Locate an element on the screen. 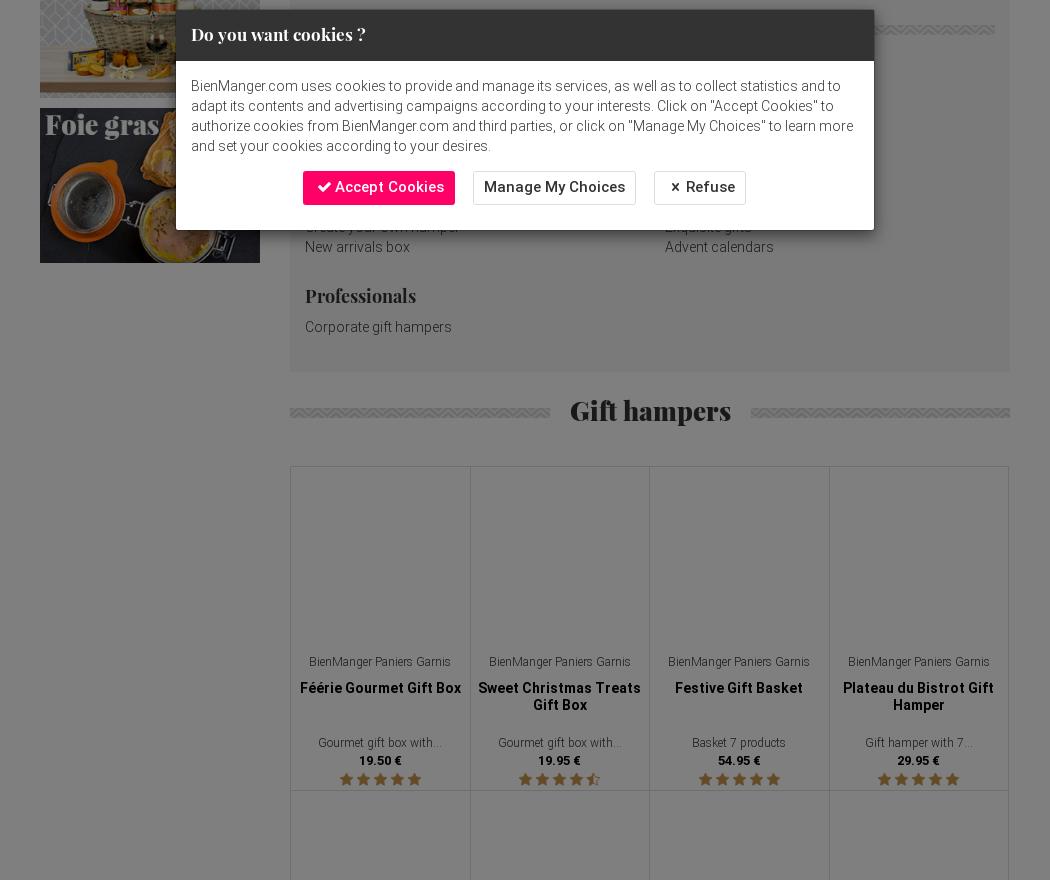  'New arrivals box' is located at coordinates (305, 246).